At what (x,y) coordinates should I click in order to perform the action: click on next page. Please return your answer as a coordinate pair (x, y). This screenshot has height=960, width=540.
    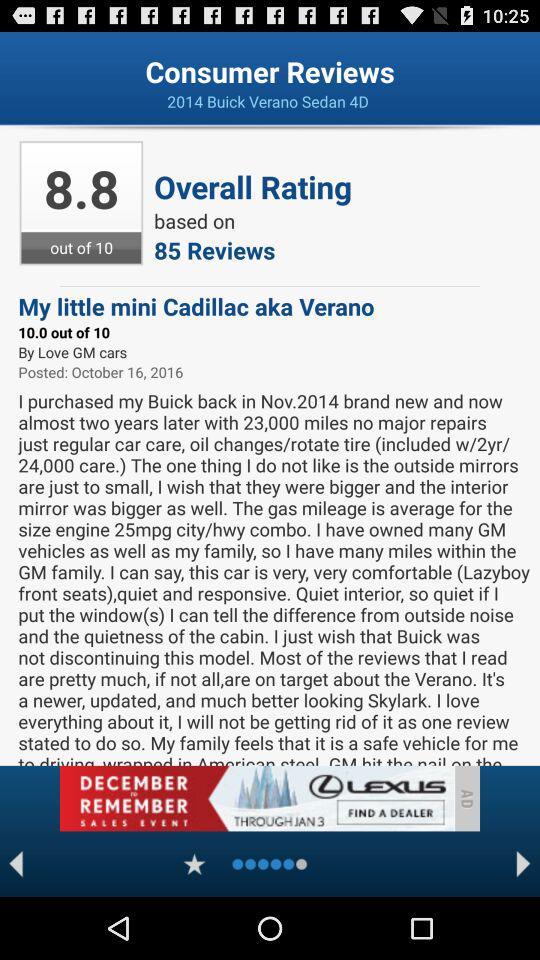
    Looking at the image, I should click on (523, 863).